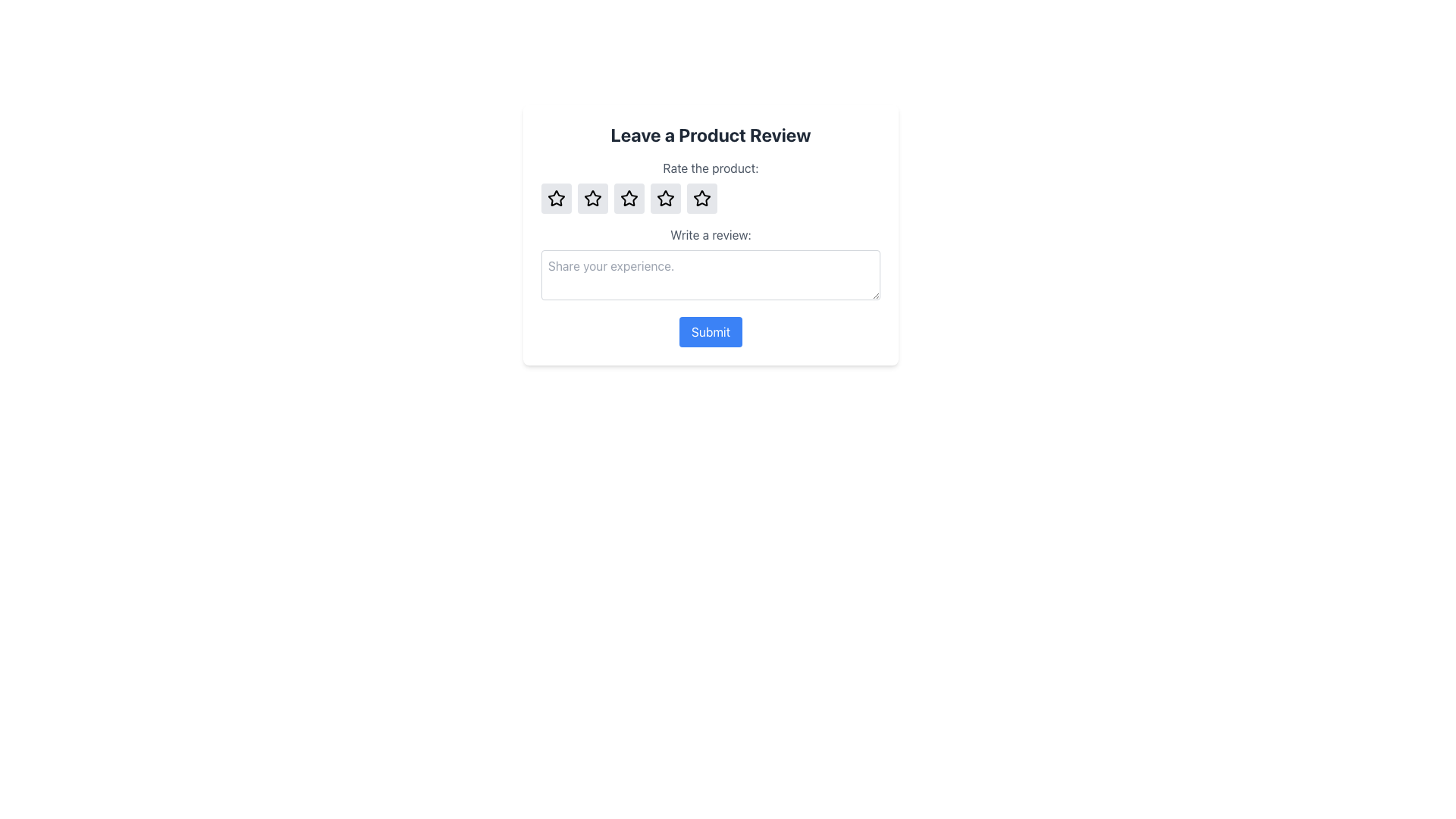 The width and height of the screenshot is (1456, 819). What do you see at coordinates (592, 197) in the screenshot?
I see `the second star icon in the five-star rating system` at bounding box center [592, 197].